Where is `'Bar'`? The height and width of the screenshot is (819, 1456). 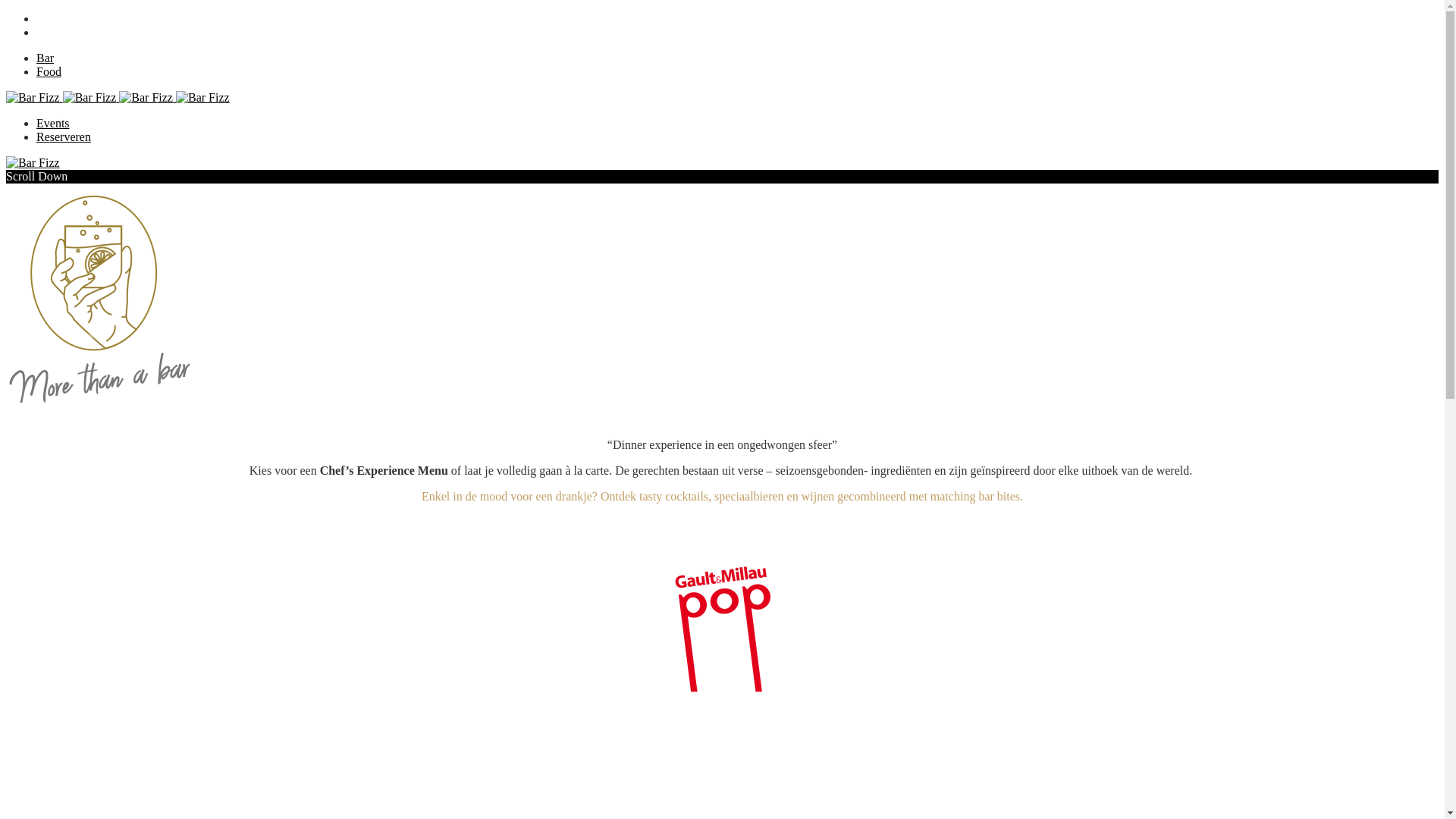
'Bar' is located at coordinates (36, 57).